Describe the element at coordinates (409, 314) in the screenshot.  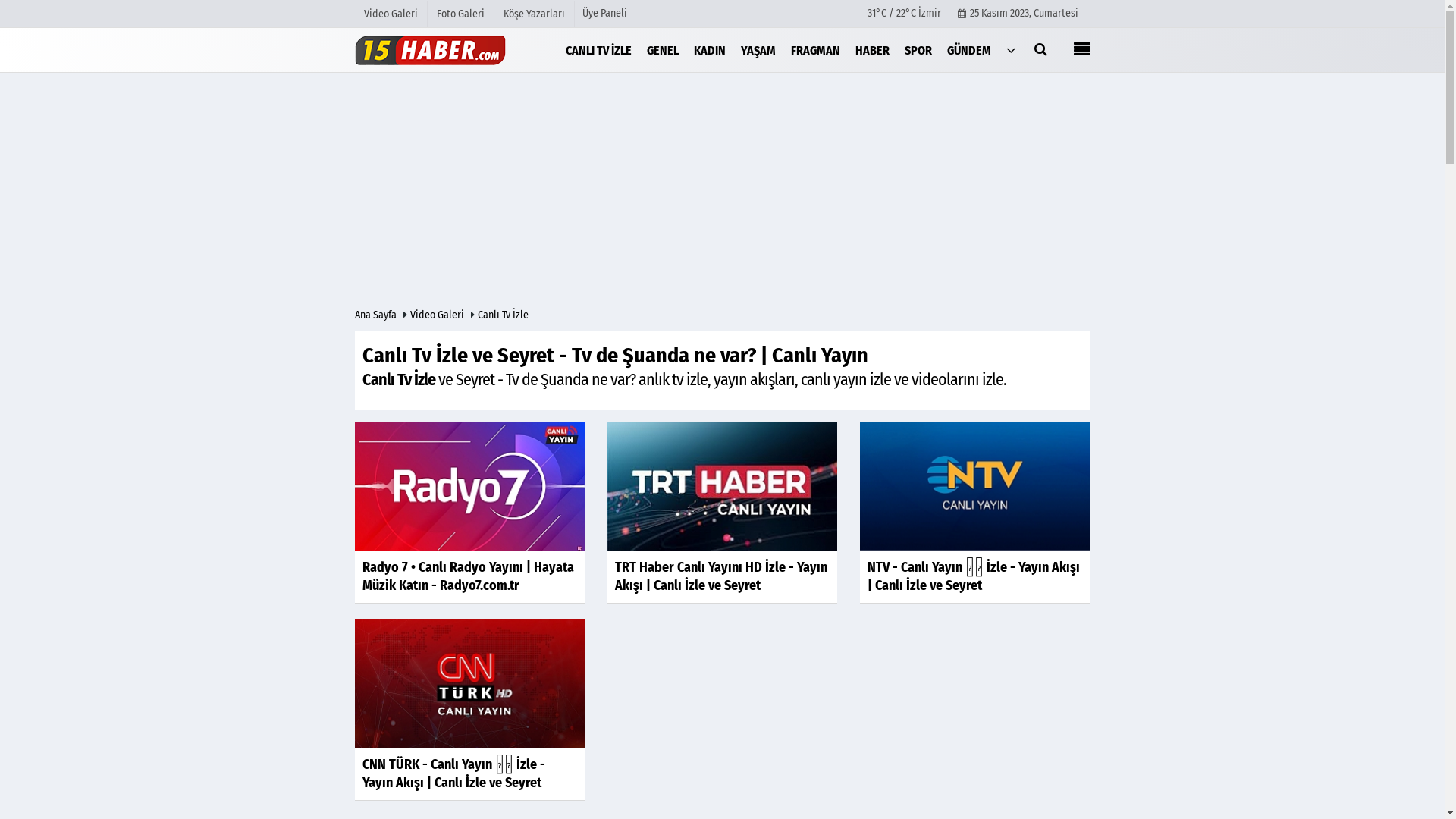
I see `'Video Galeri'` at that location.